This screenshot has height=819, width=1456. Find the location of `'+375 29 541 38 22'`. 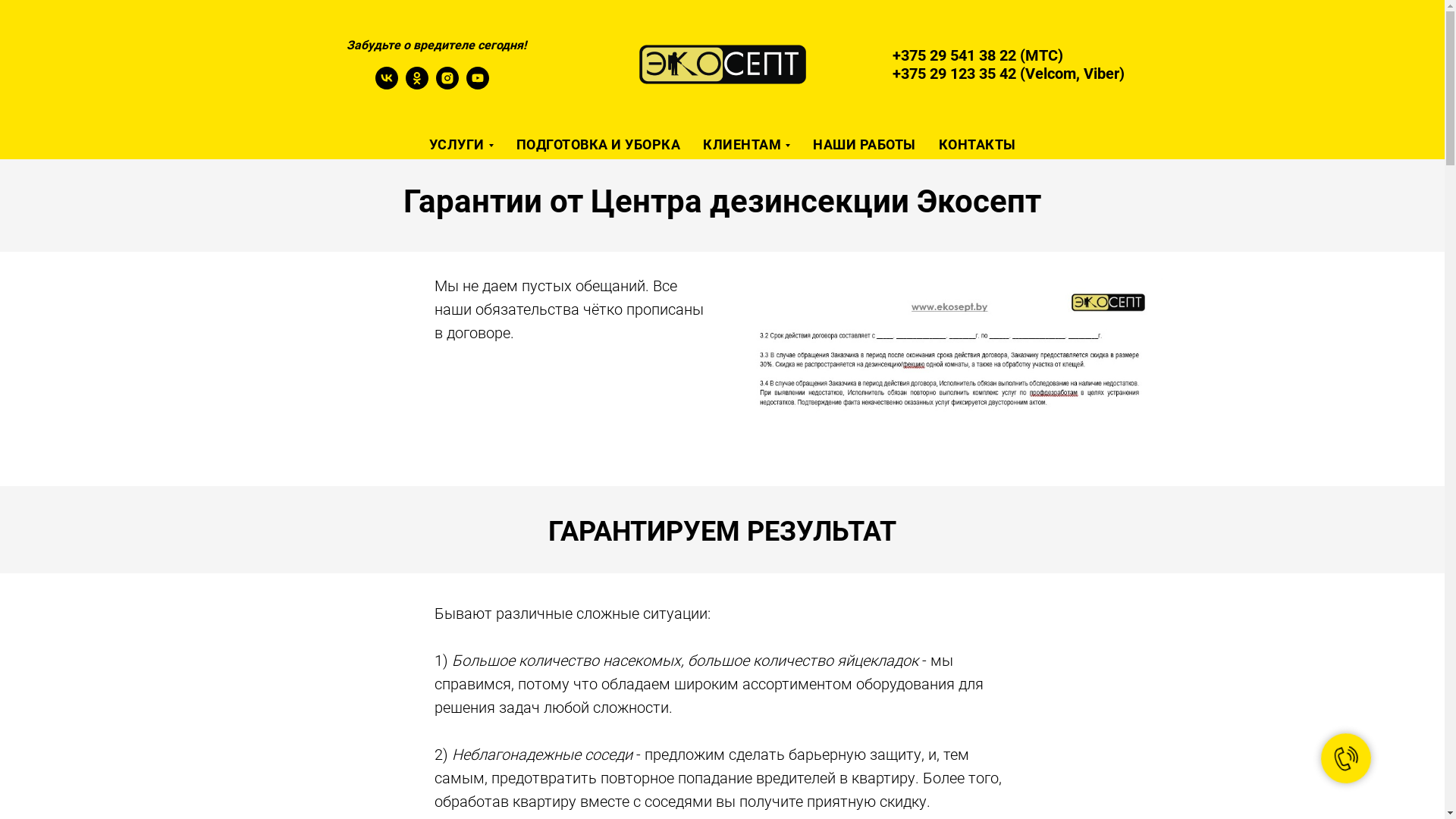

'+375 29 541 38 22' is located at coordinates (953, 55).